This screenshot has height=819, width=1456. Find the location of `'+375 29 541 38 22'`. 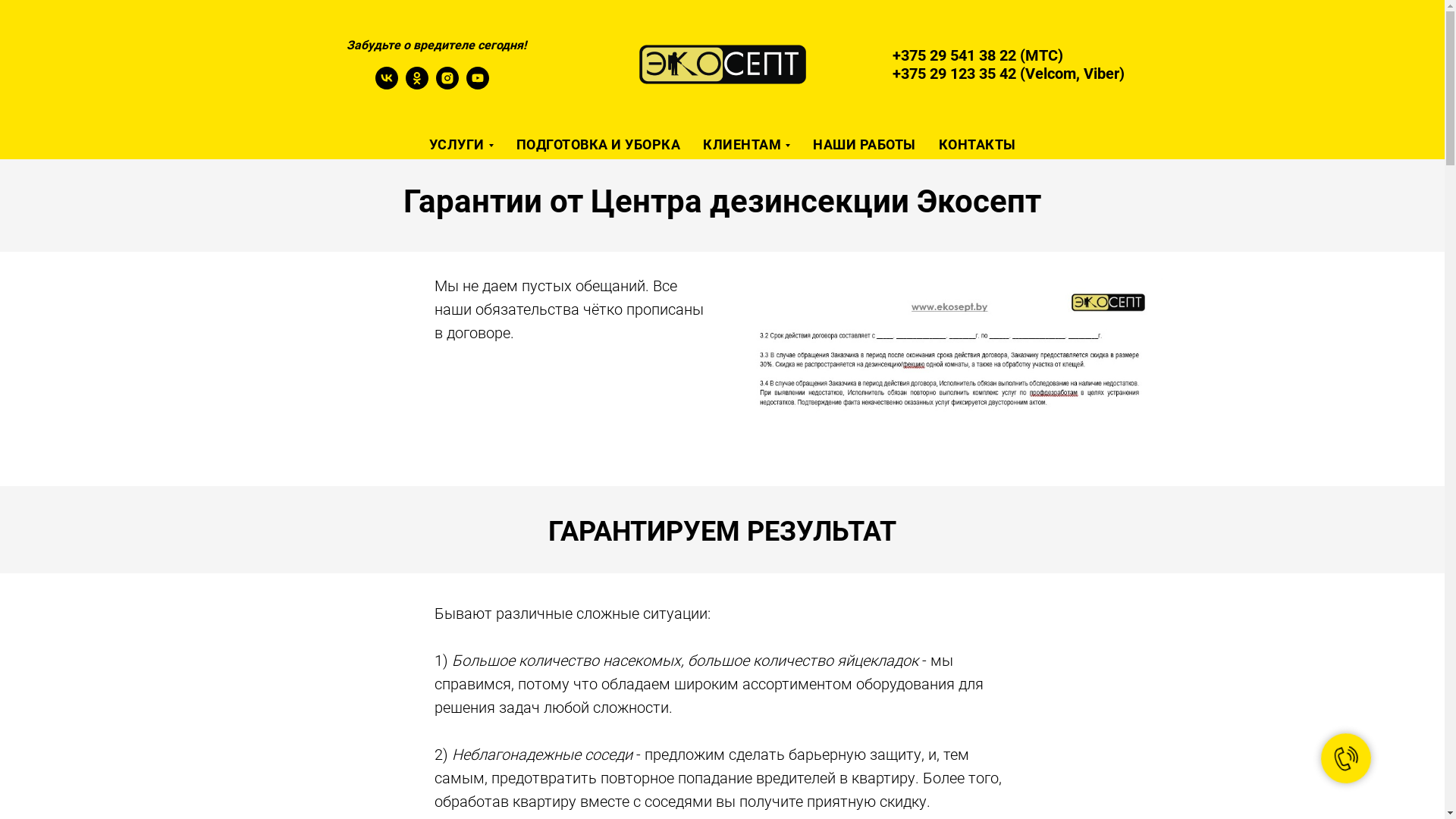

'+375 29 541 38 22' is located at coordinates (953, 55).